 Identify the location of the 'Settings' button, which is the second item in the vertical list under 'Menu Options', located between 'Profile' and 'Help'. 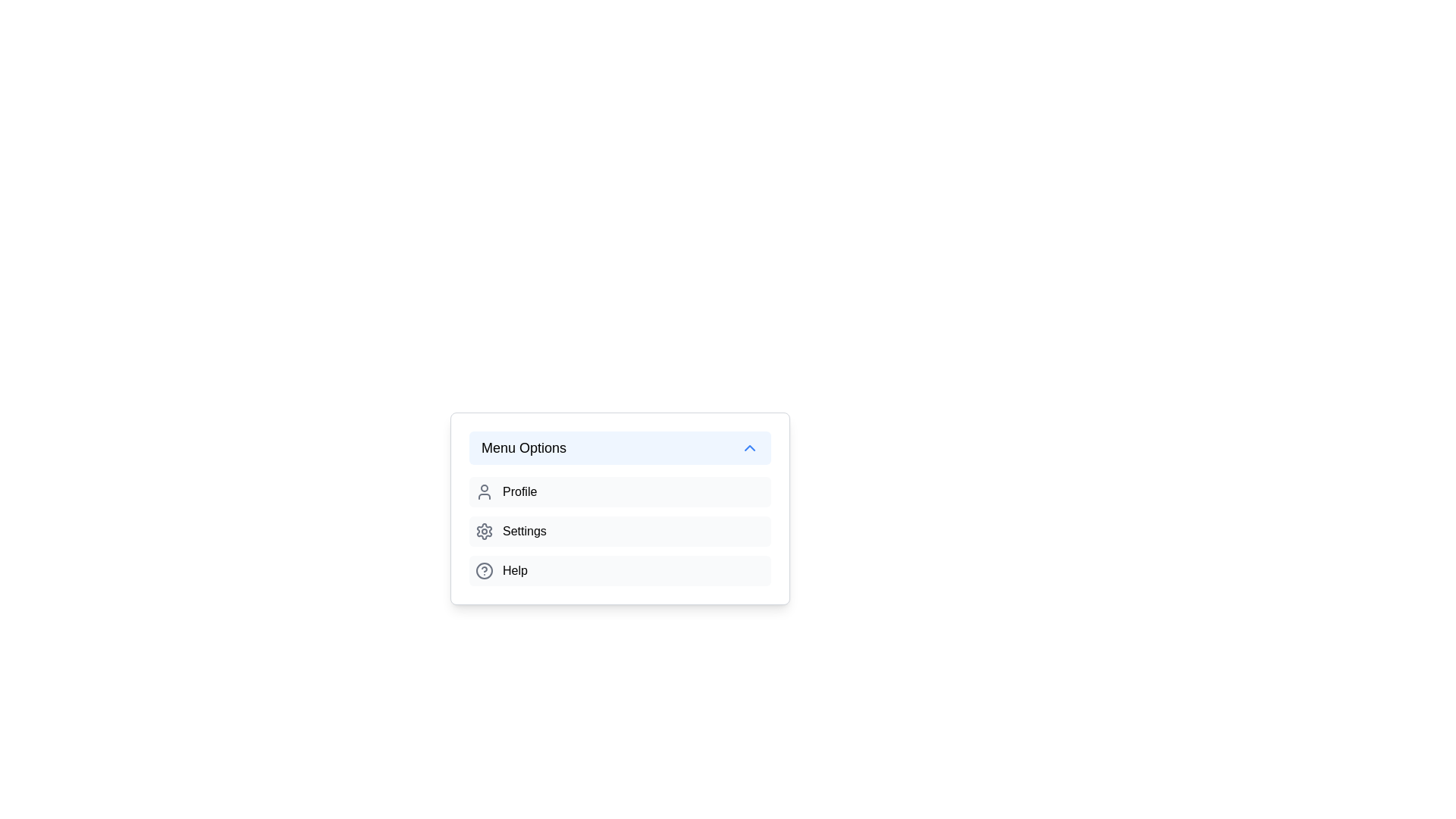
(620, 531).